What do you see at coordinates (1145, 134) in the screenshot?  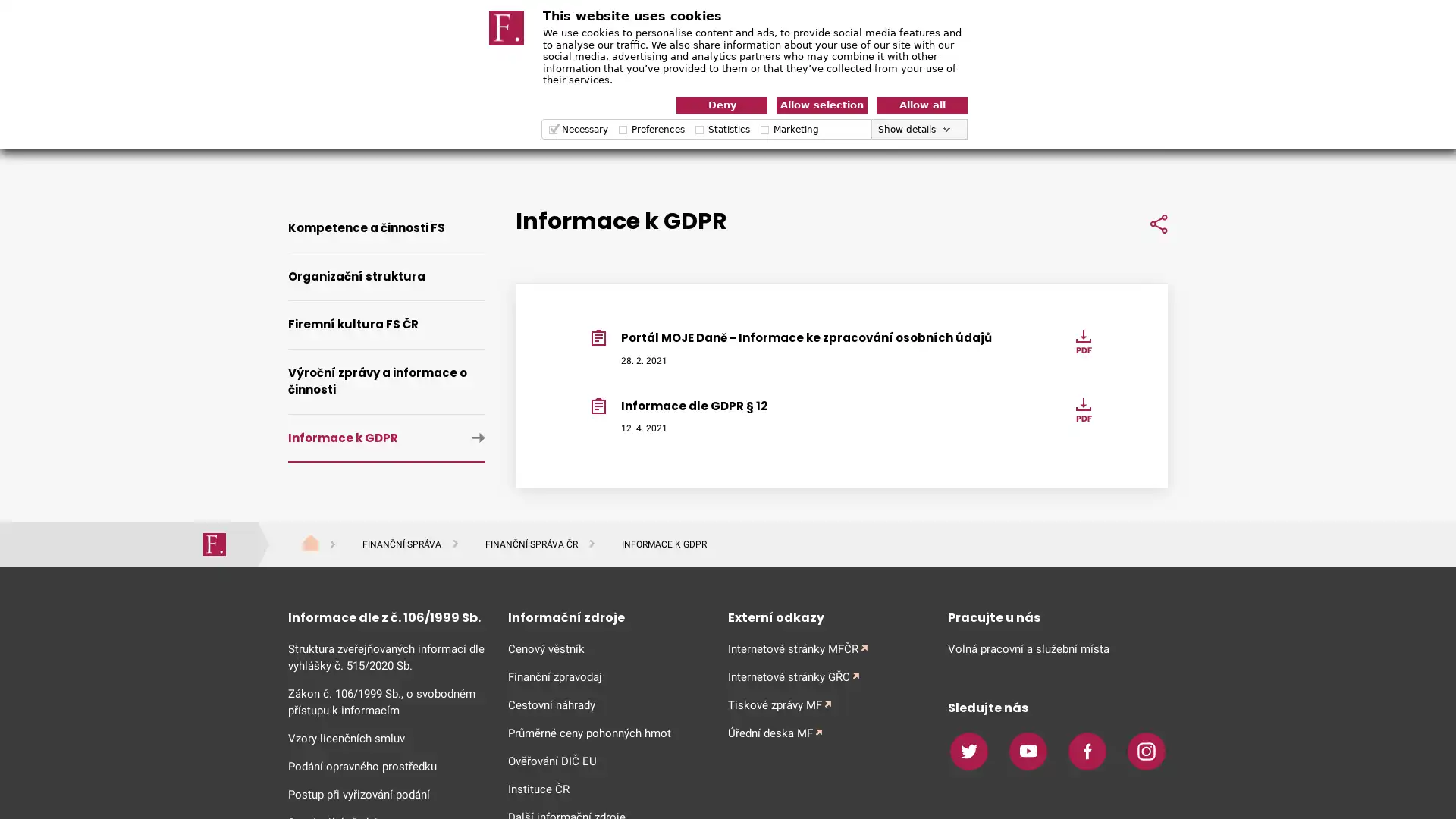 I see `Hledat` at bounding box center [1145, 134].